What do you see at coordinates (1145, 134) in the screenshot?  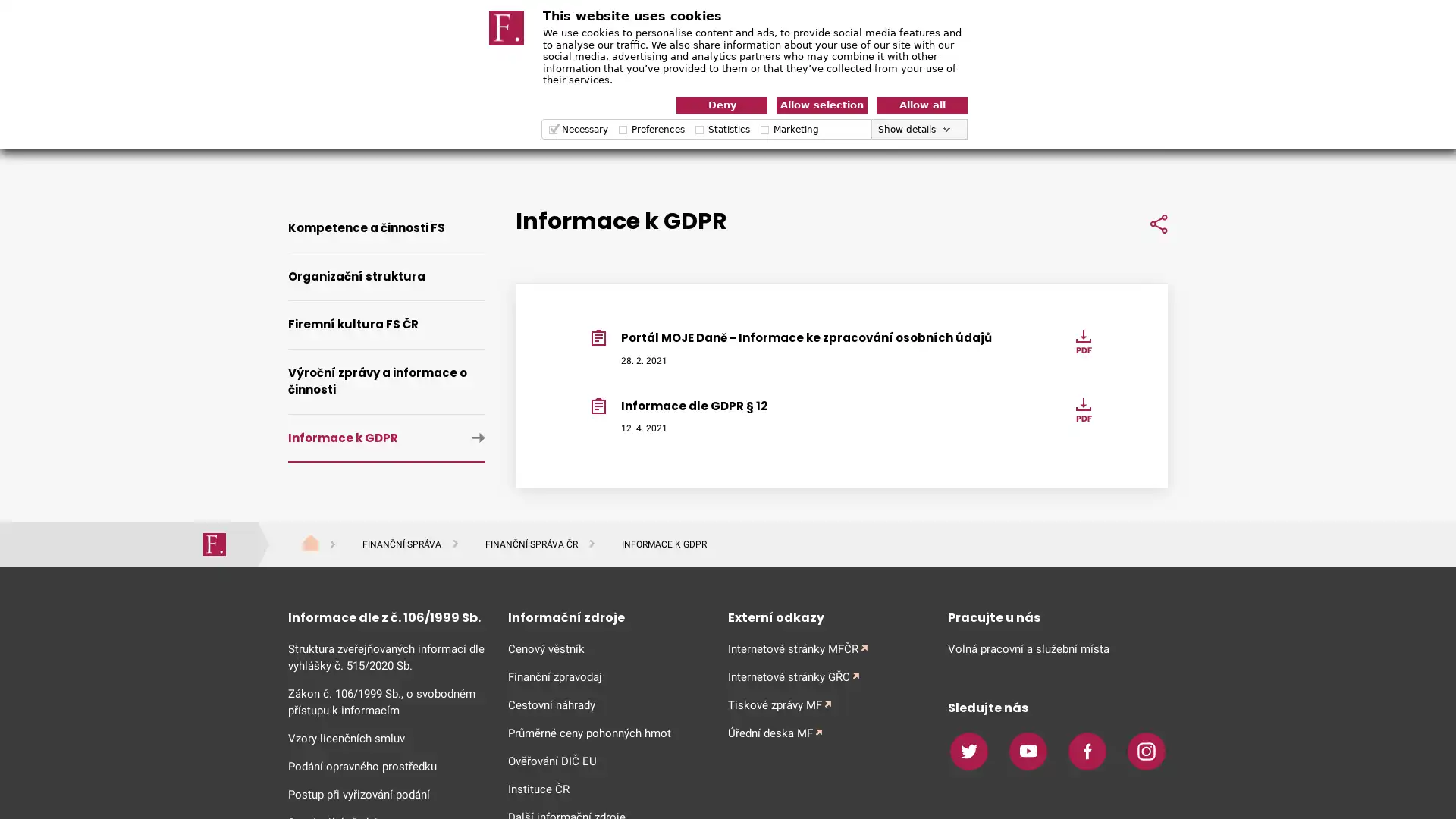 I see `Hledat` at bounding box center [1145, 134].